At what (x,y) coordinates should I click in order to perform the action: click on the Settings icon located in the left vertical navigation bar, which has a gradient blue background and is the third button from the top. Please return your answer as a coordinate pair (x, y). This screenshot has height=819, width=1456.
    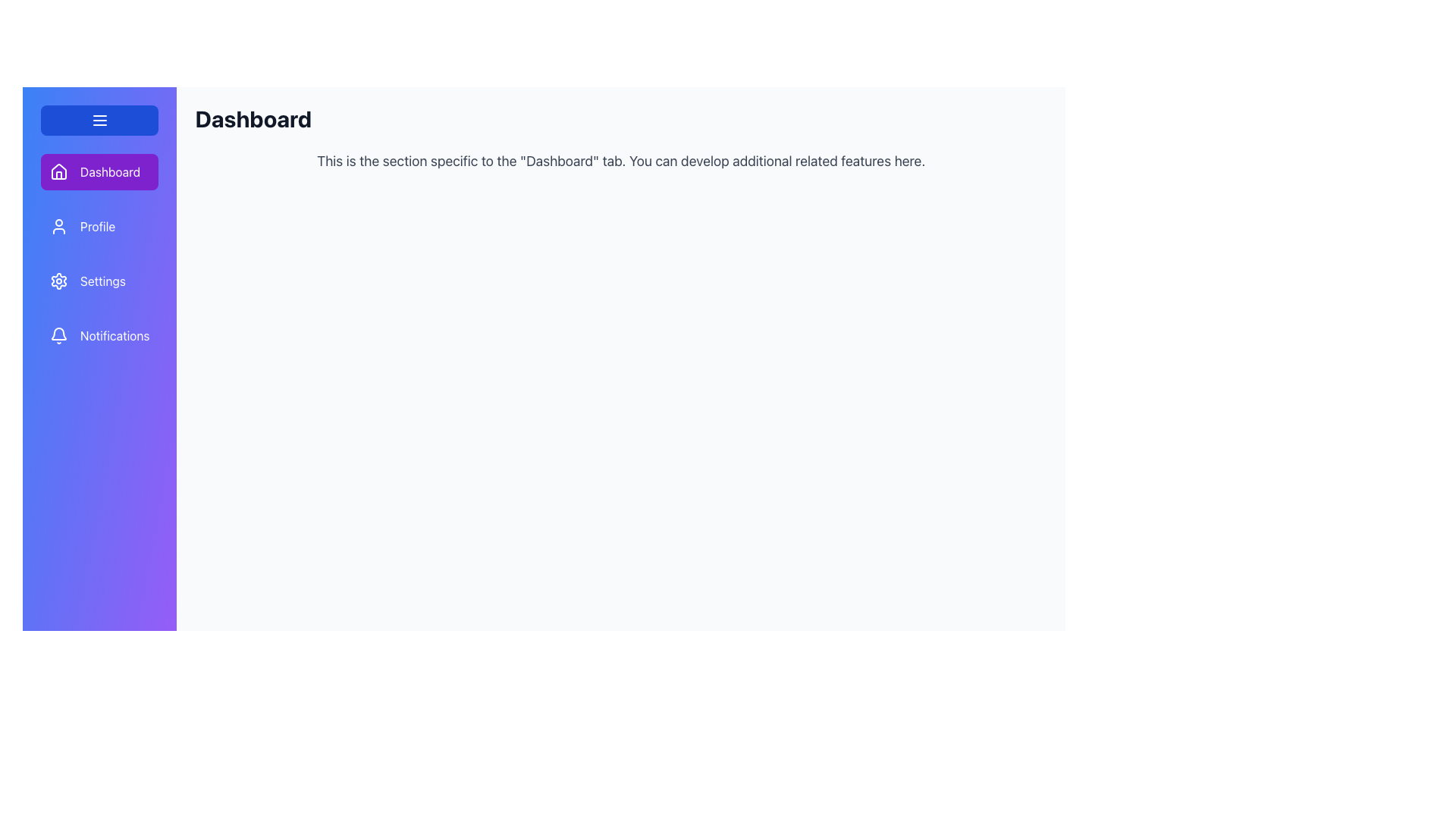
    Looking at the image, I should click on (58, 281).